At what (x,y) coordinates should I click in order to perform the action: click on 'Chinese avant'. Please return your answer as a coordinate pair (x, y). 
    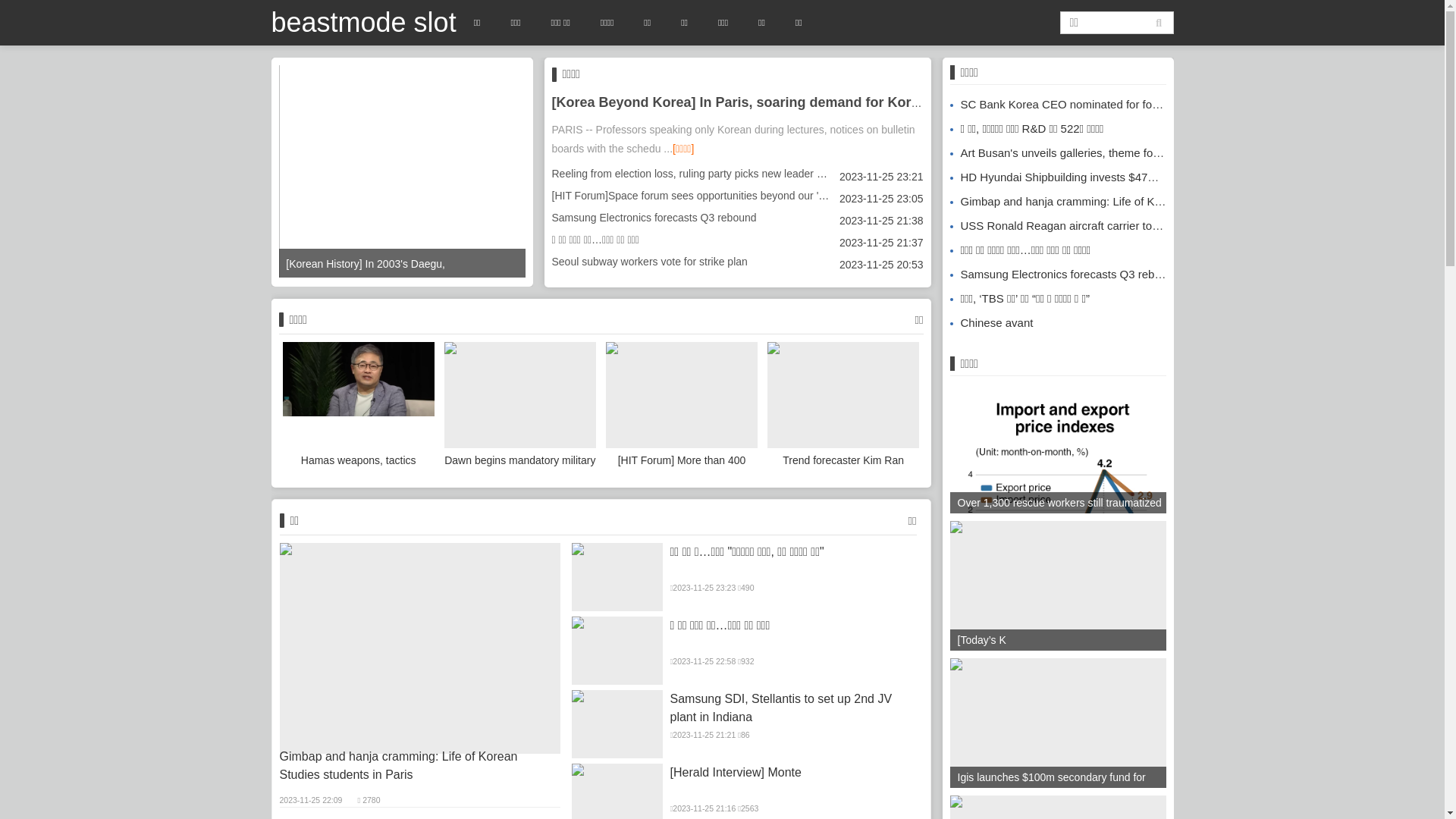
    Looking at the image, I should click on (990, 322).